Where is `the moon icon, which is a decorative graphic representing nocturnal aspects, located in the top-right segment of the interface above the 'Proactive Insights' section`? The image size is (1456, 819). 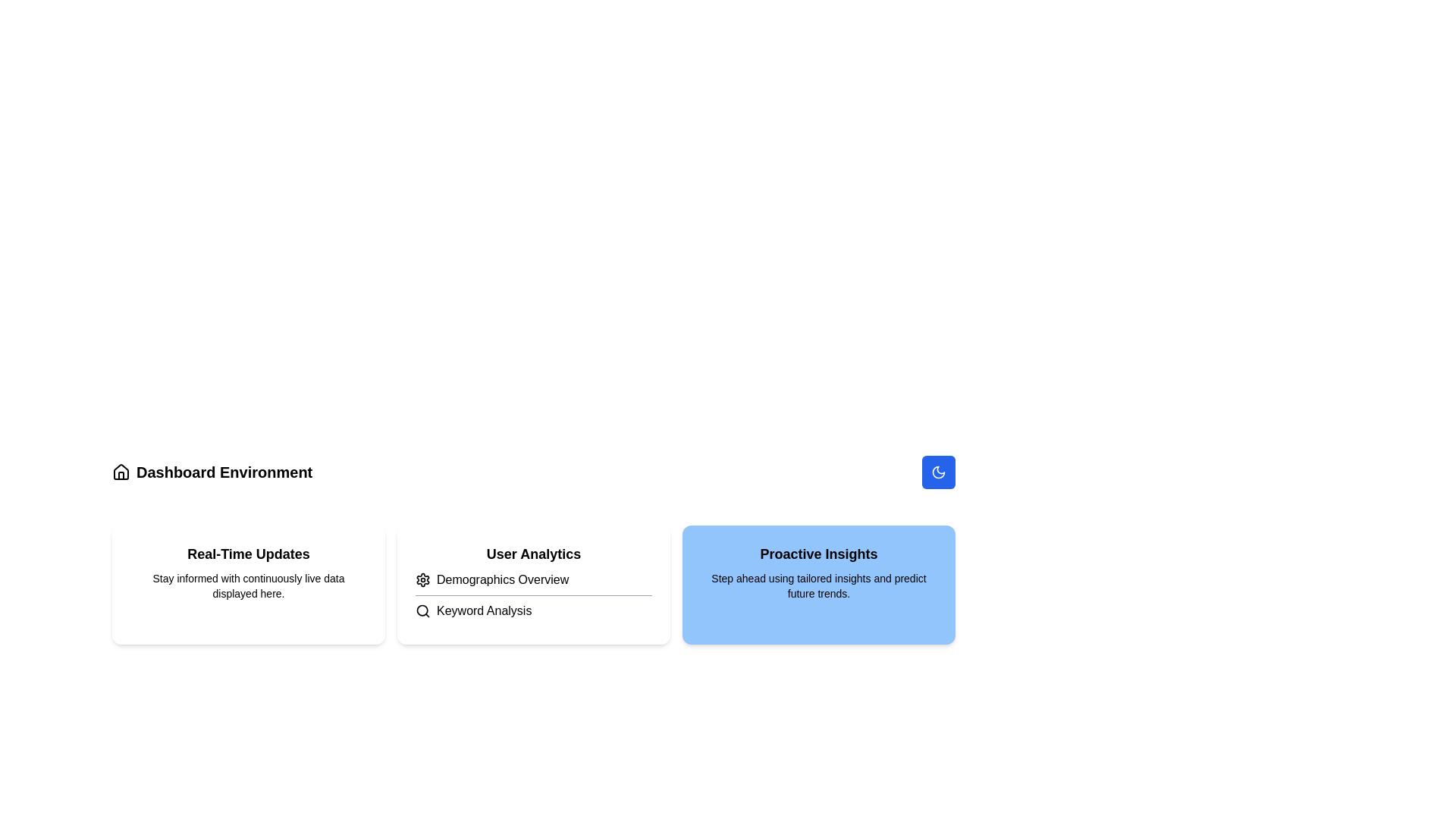 the moon icon, which is a decorative graphic representing nocturnal aspects, located in the top-right segment of the interface above the 'Proactive Insights' section is located at coordinates (938, 472).